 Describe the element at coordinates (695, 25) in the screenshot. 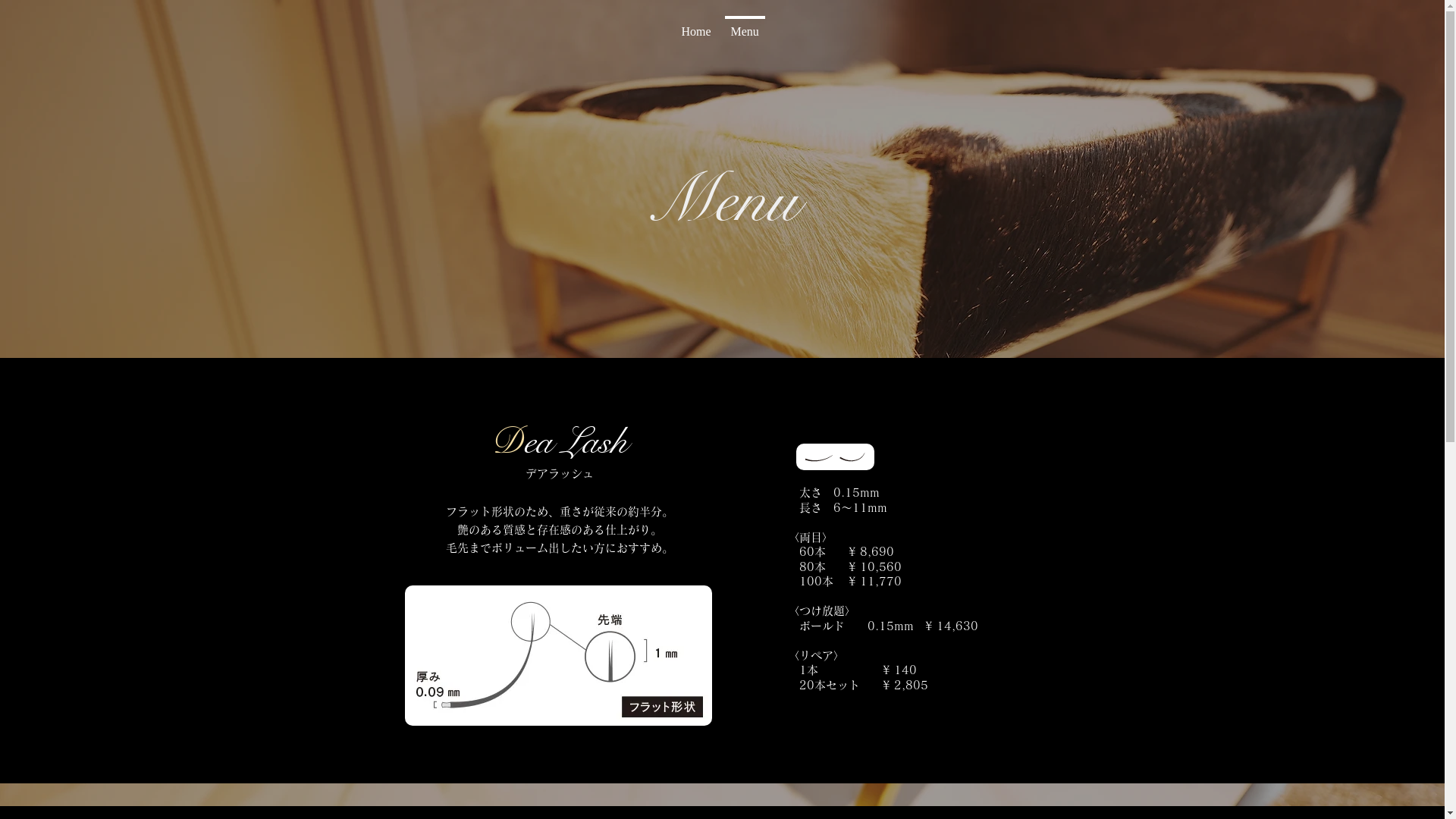

I see `'Home'` at that location.